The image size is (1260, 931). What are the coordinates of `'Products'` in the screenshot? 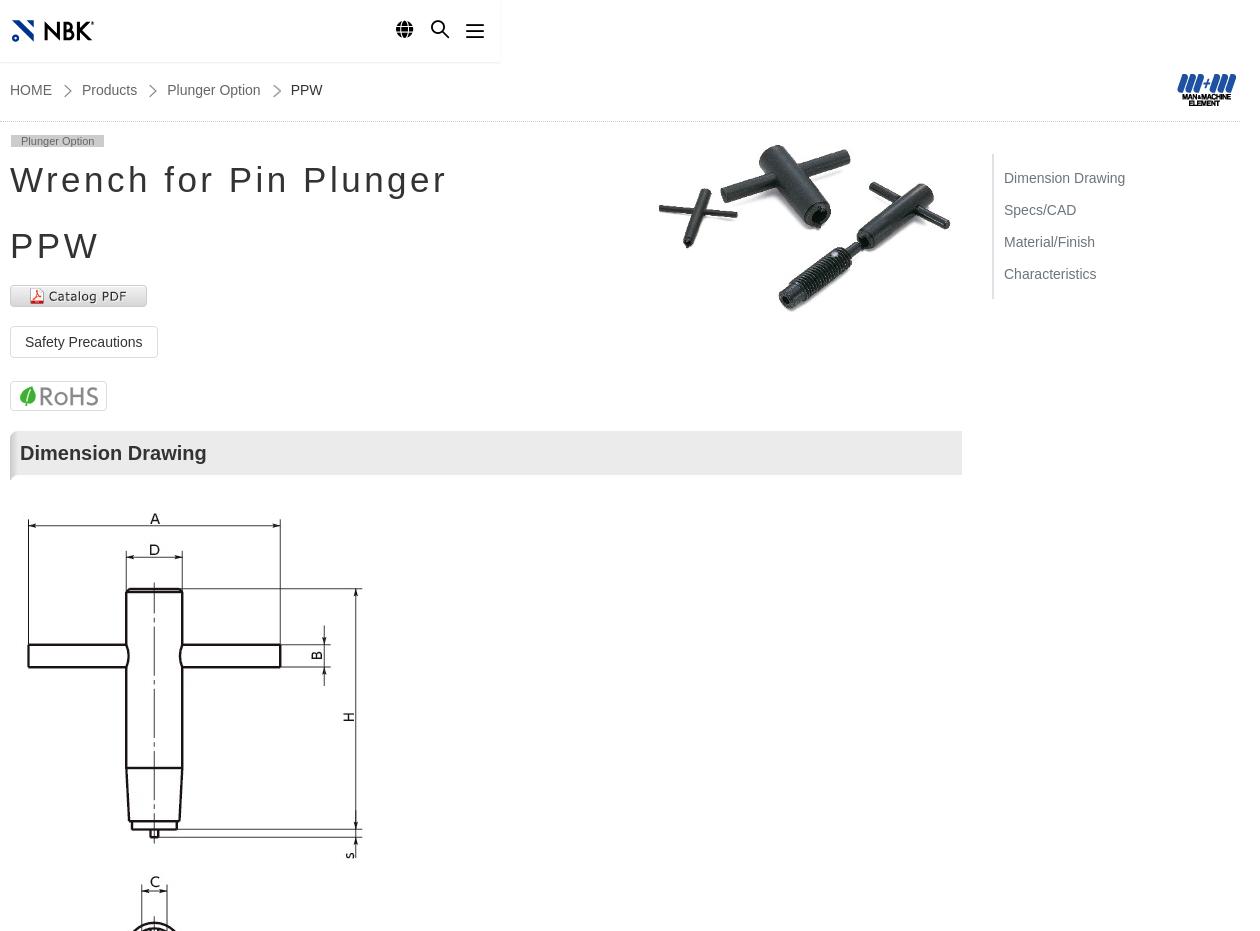 It's located at (109, 90).